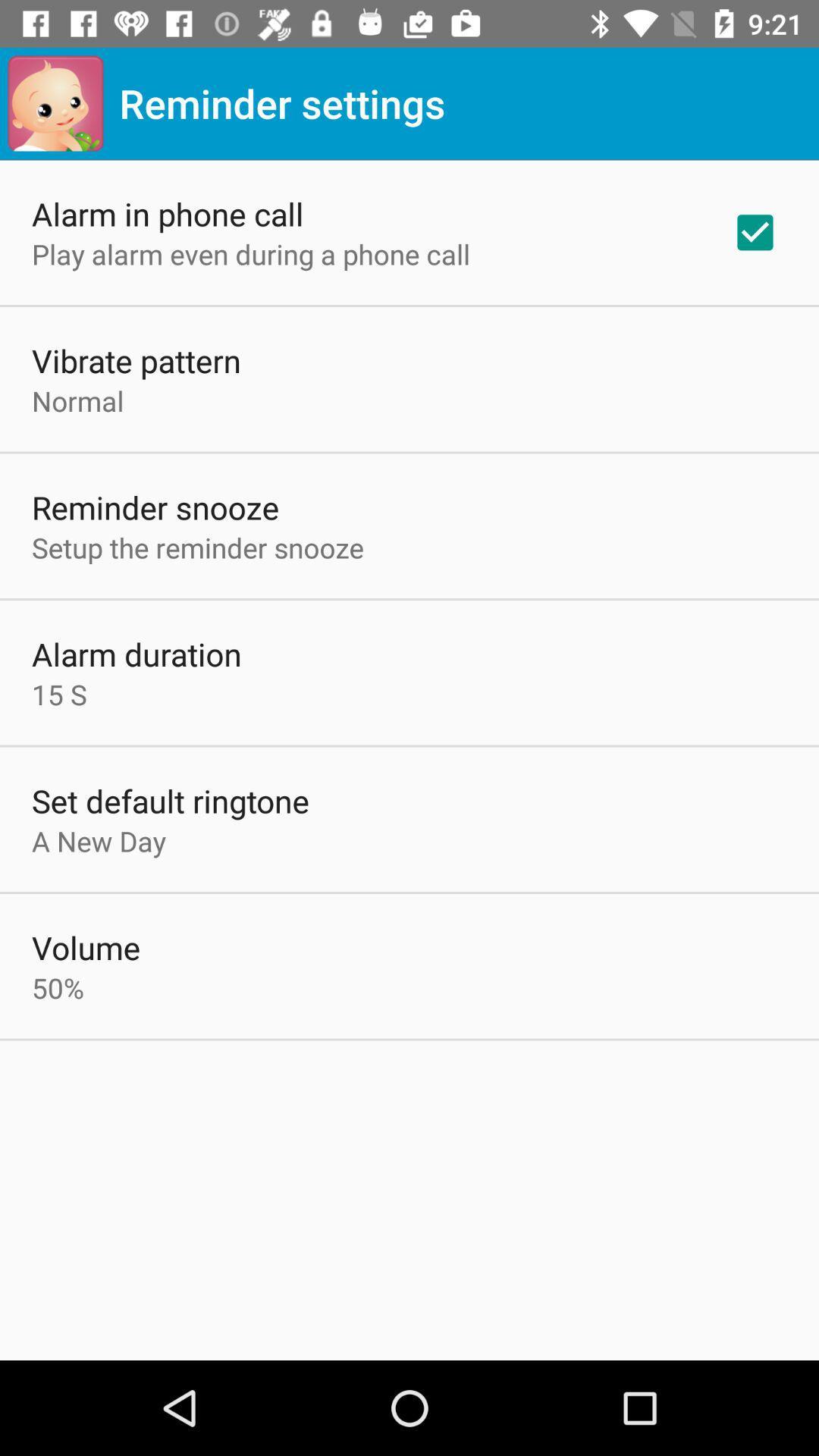 Image resolution: width=819 pixels, height=1456 pixels. I want to click on setup the reminder item, so click(197, 547).